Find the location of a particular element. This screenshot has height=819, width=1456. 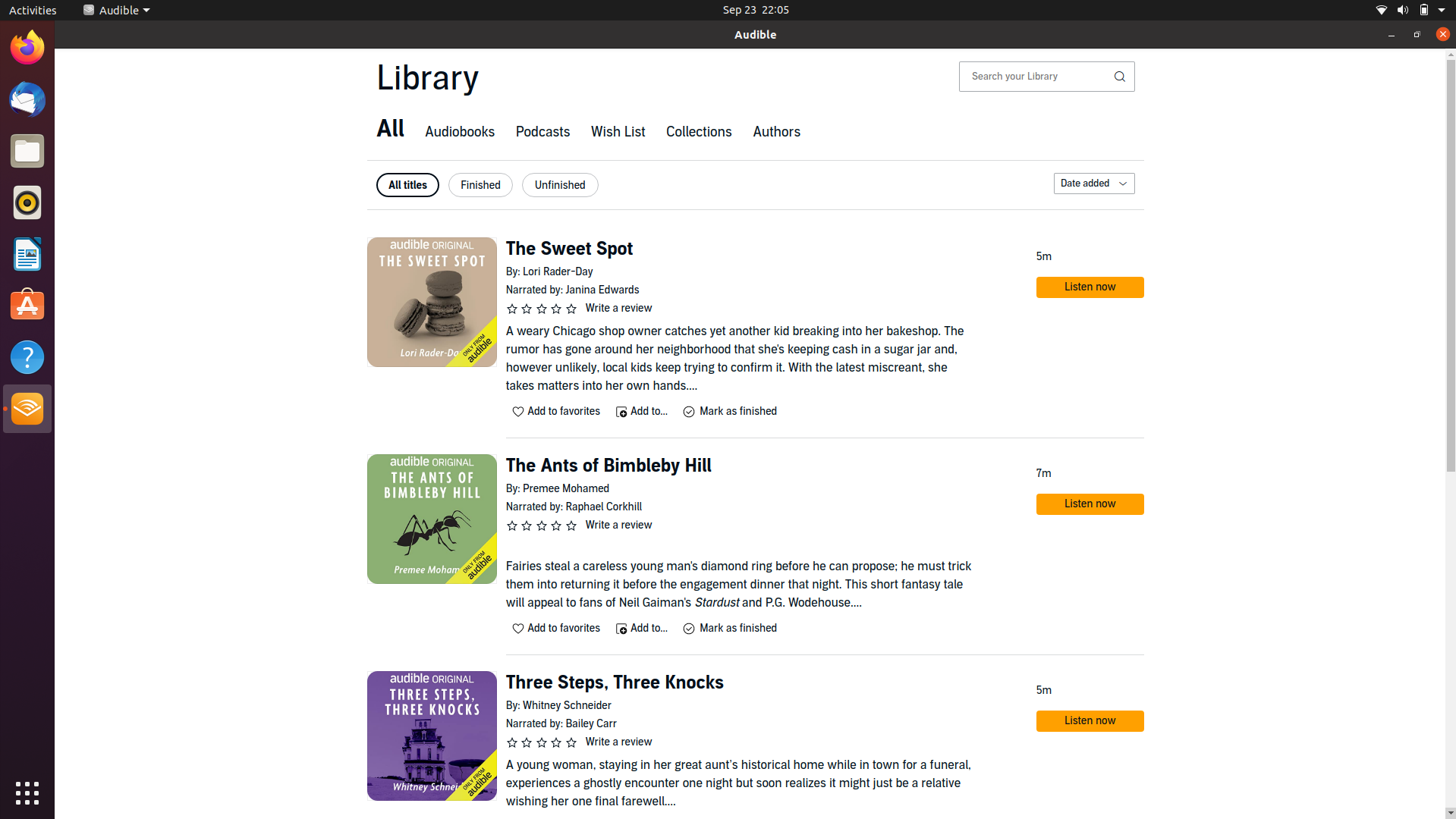

Navigate down to view the following book in the list is located at coordinates (1448720, 468877).